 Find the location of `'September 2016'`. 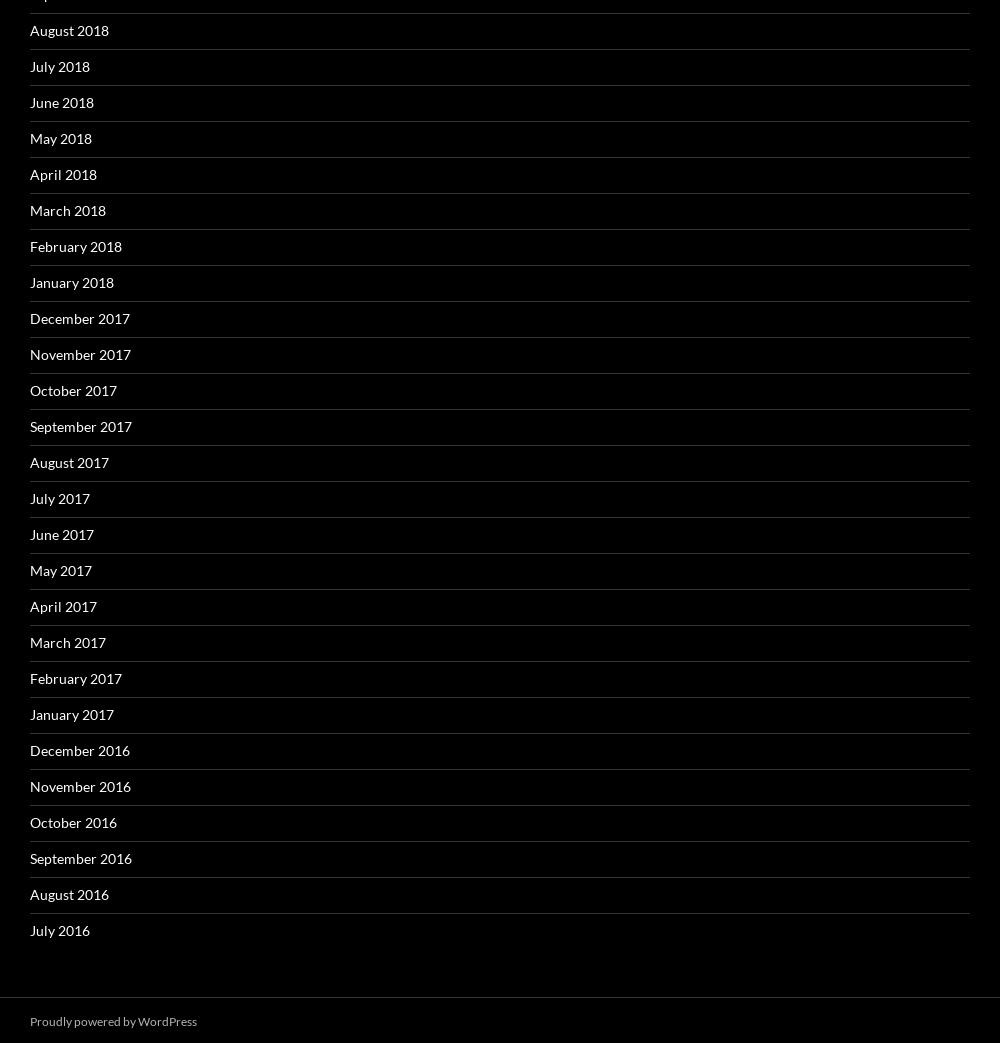

'September 2016' is located at coordinates (30, 858).